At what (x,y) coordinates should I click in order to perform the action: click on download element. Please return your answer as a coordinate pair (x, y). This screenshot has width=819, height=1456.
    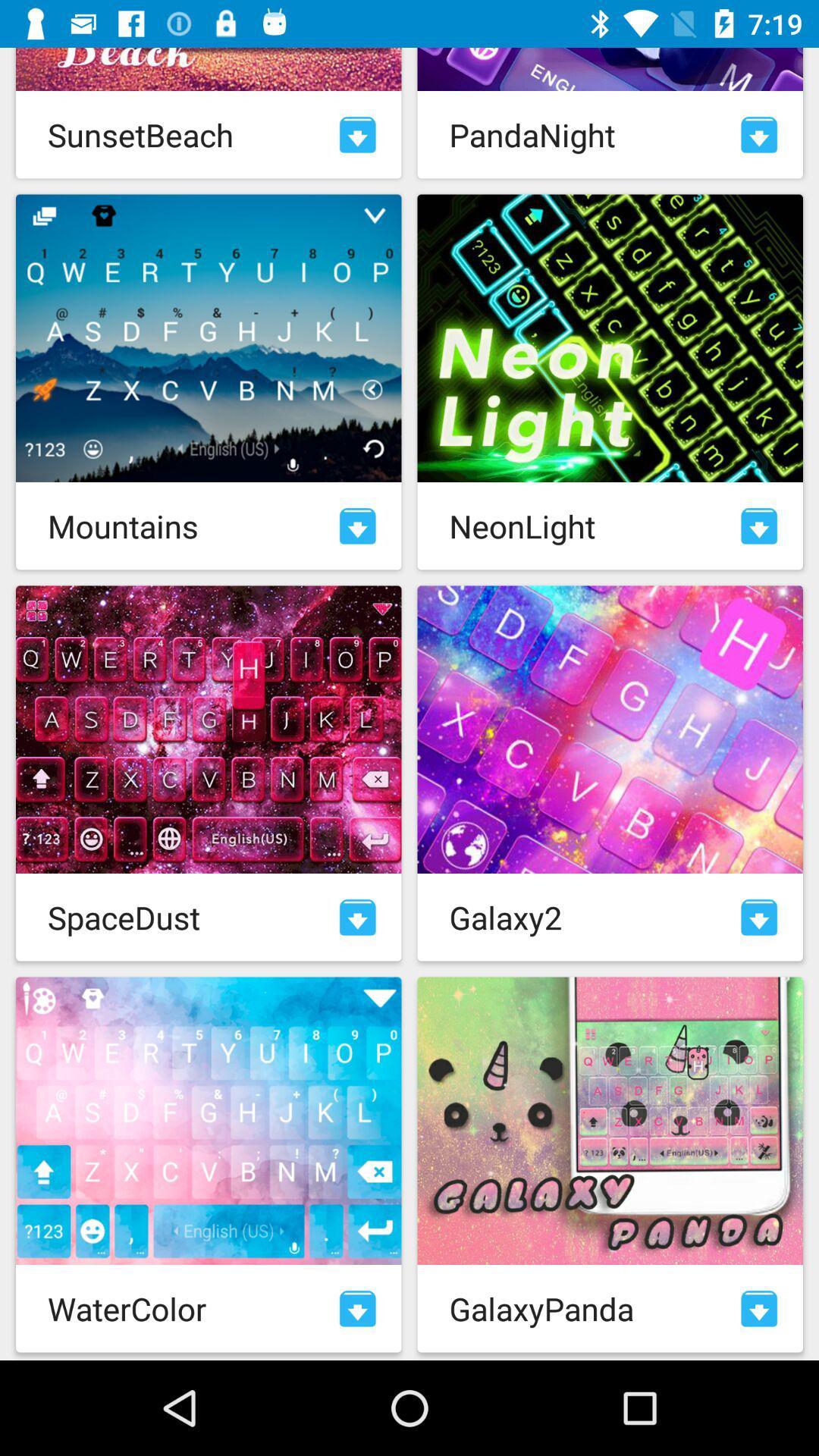
    Looking at the image, I should click on (759, 916).